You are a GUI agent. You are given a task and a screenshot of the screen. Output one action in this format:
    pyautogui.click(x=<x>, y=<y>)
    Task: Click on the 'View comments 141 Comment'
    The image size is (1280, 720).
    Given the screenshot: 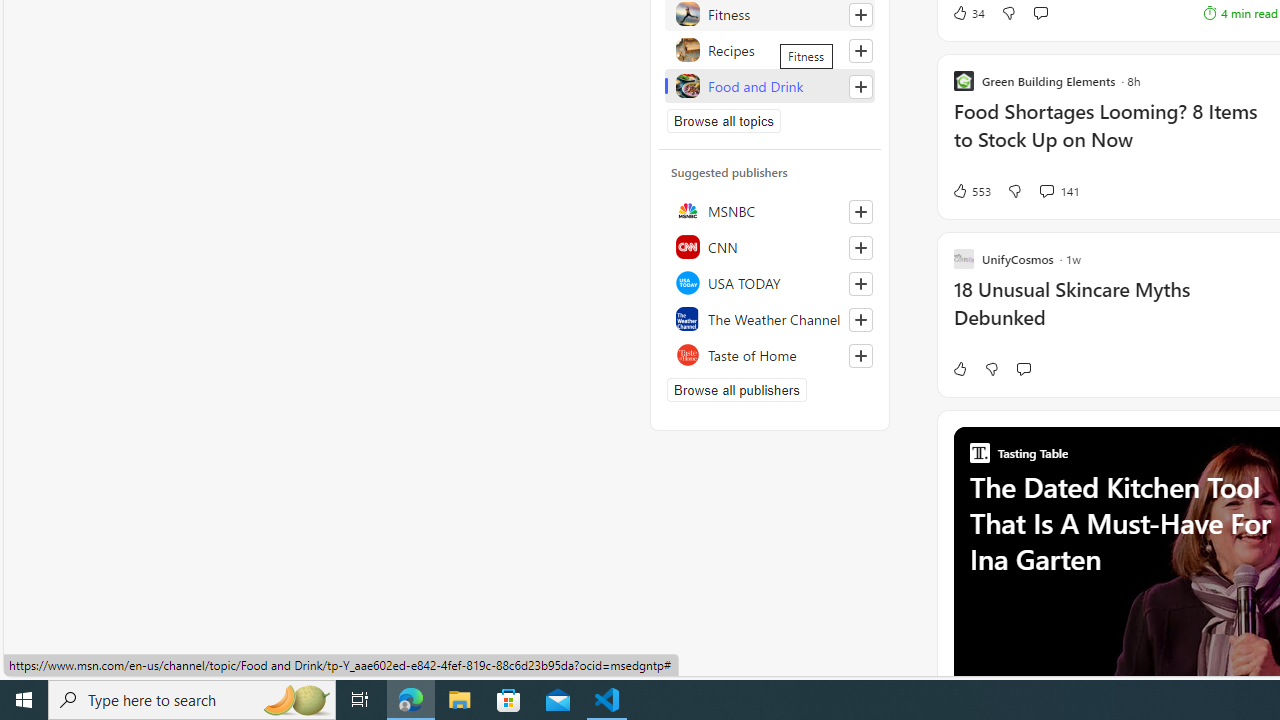 What is the action you would take?
    pyautogui.click(x=1045, y=190)
    